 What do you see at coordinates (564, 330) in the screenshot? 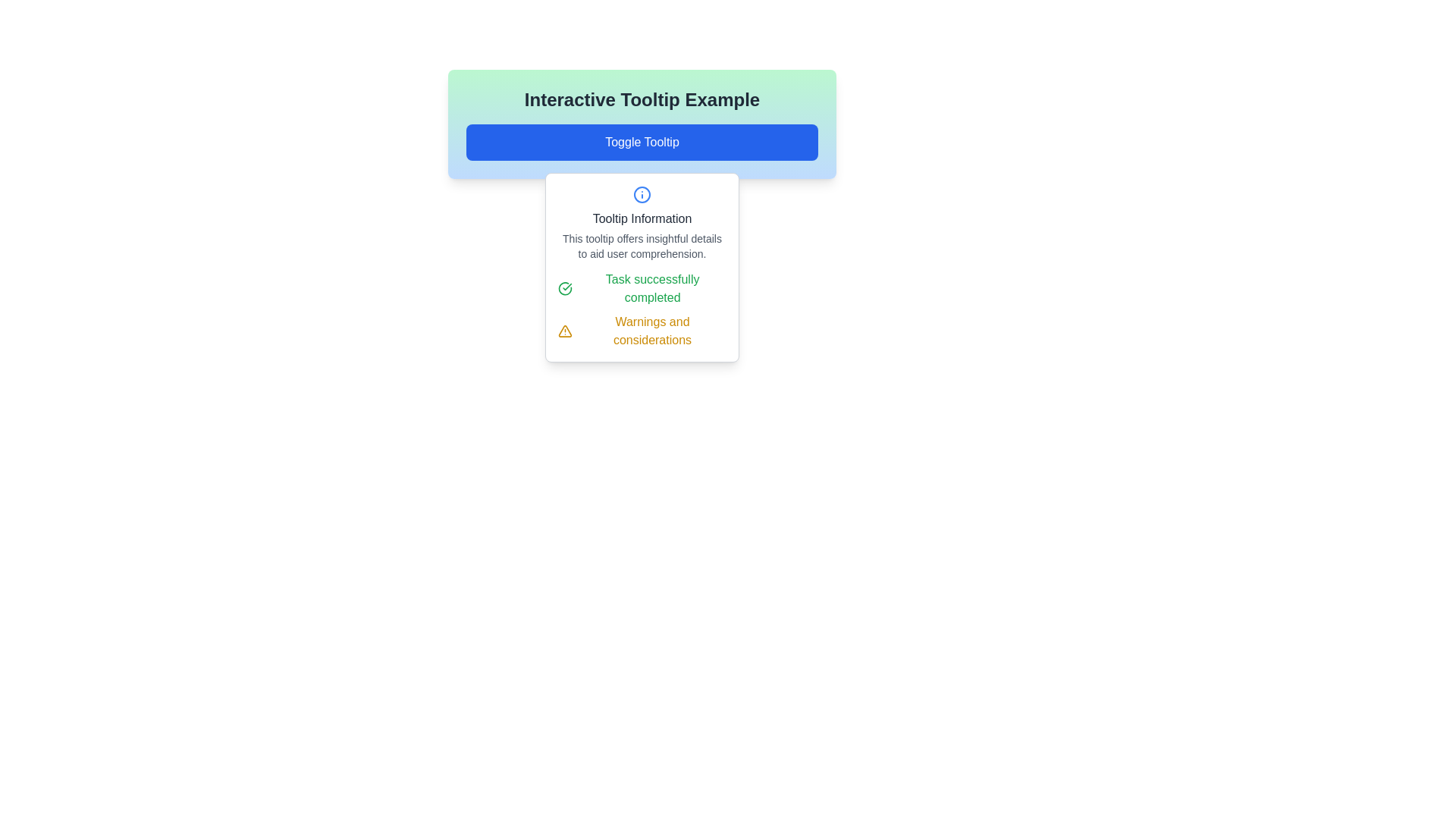
I see `the caution icon located within the tooltip, next to the text 'Warnings and considerations'` at bounding box center [564, 330].